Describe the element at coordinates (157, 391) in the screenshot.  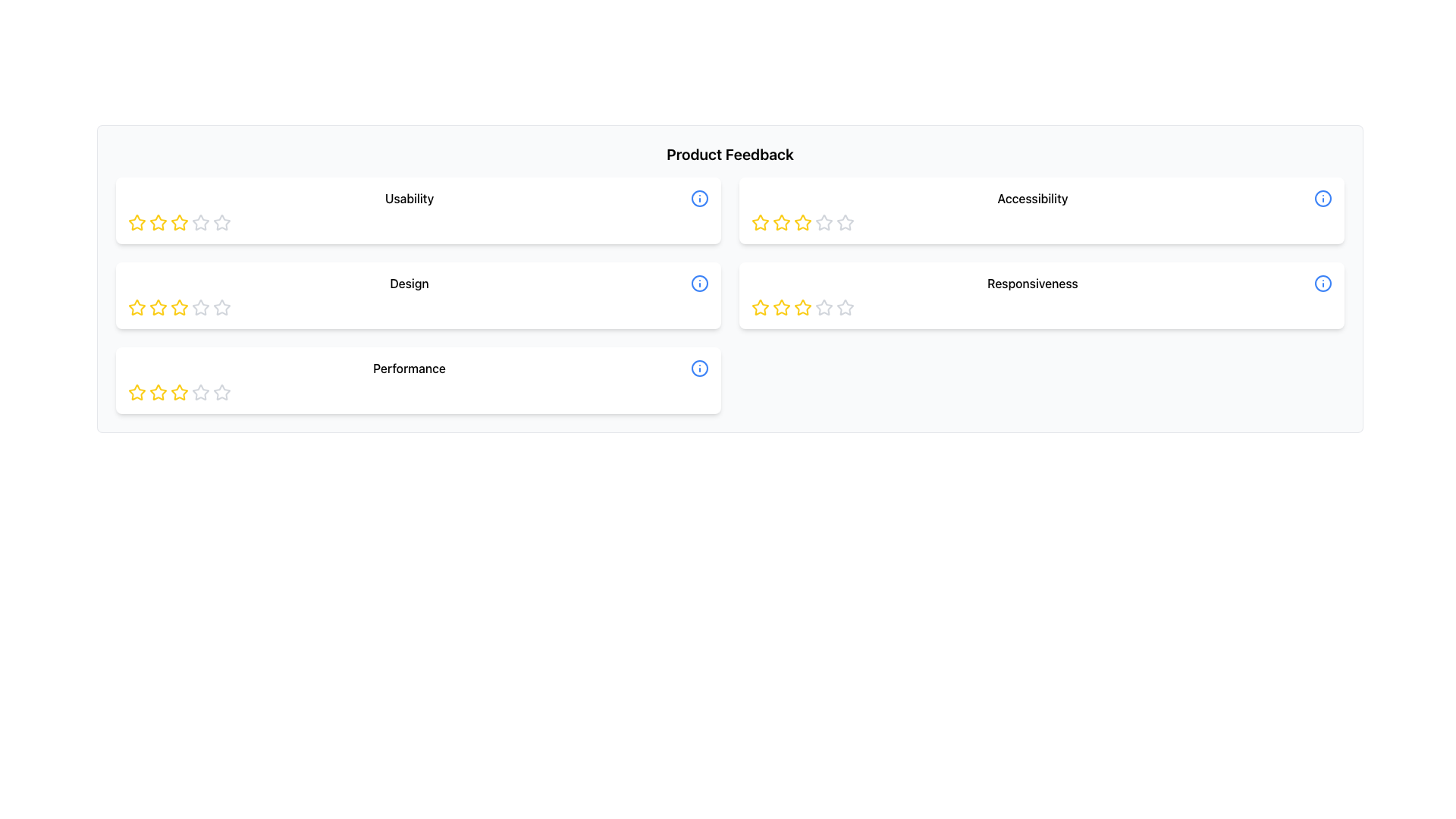
I see `the first yellow star icon in the row under the 'Performance' category` at that location.